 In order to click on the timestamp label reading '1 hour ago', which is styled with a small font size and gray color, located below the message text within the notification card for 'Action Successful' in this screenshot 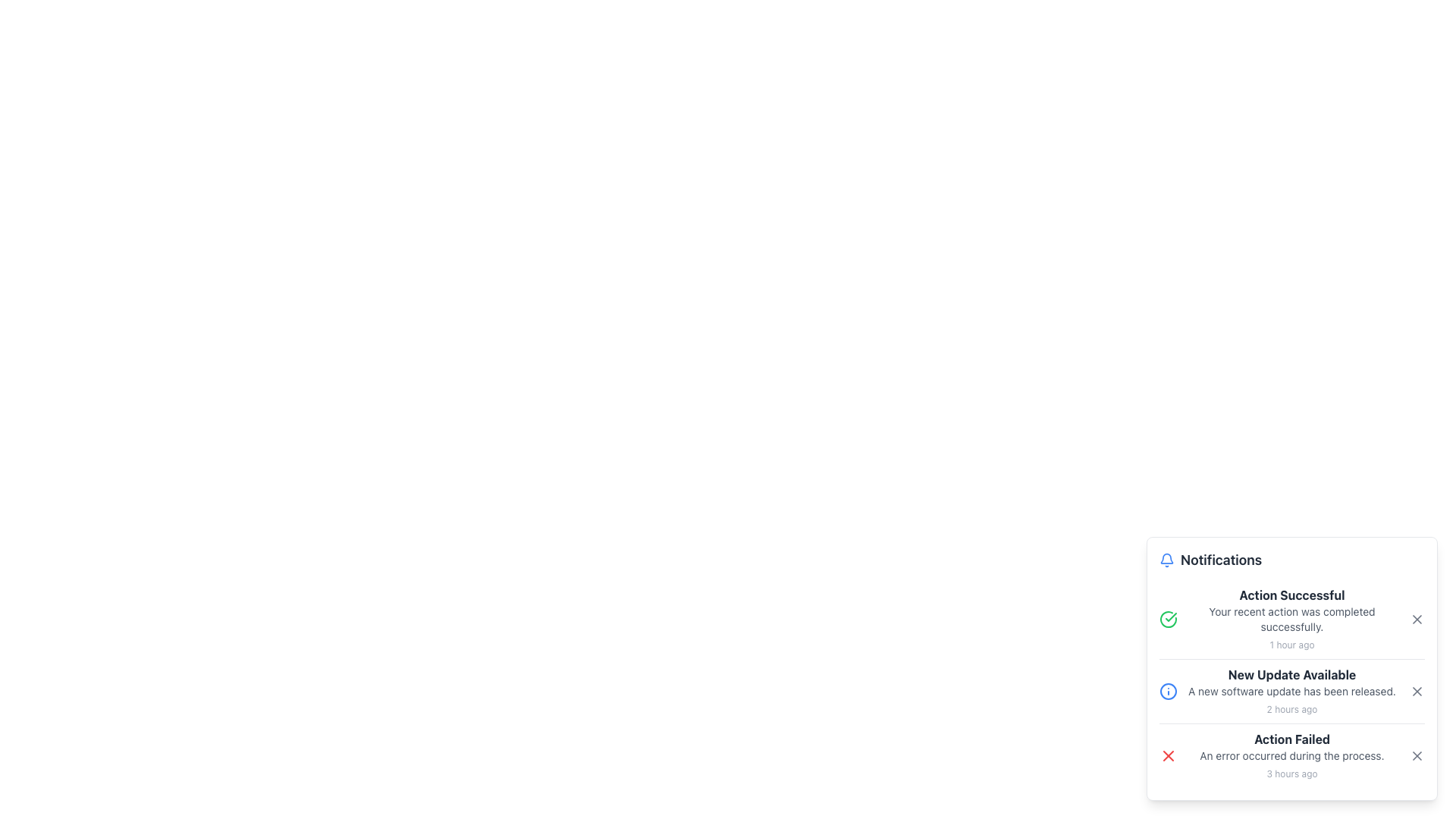, I will do `click(1291, 644)`.